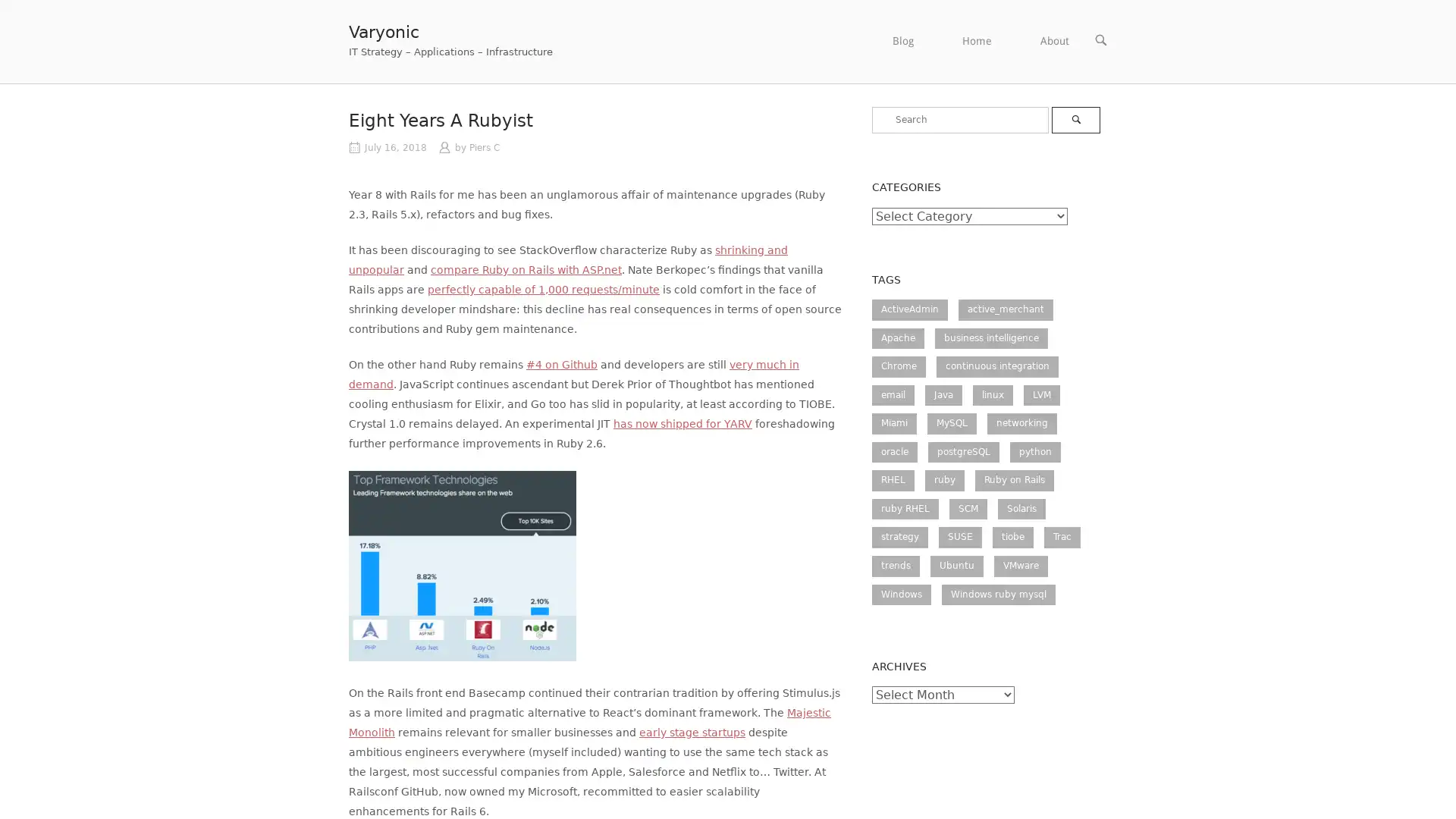 The height and width of the screenshot is (819, 1456). Describe the element at coordinates (1100, 39) in the screenshot. I see `OPEN SEARCH BAR` at that location.